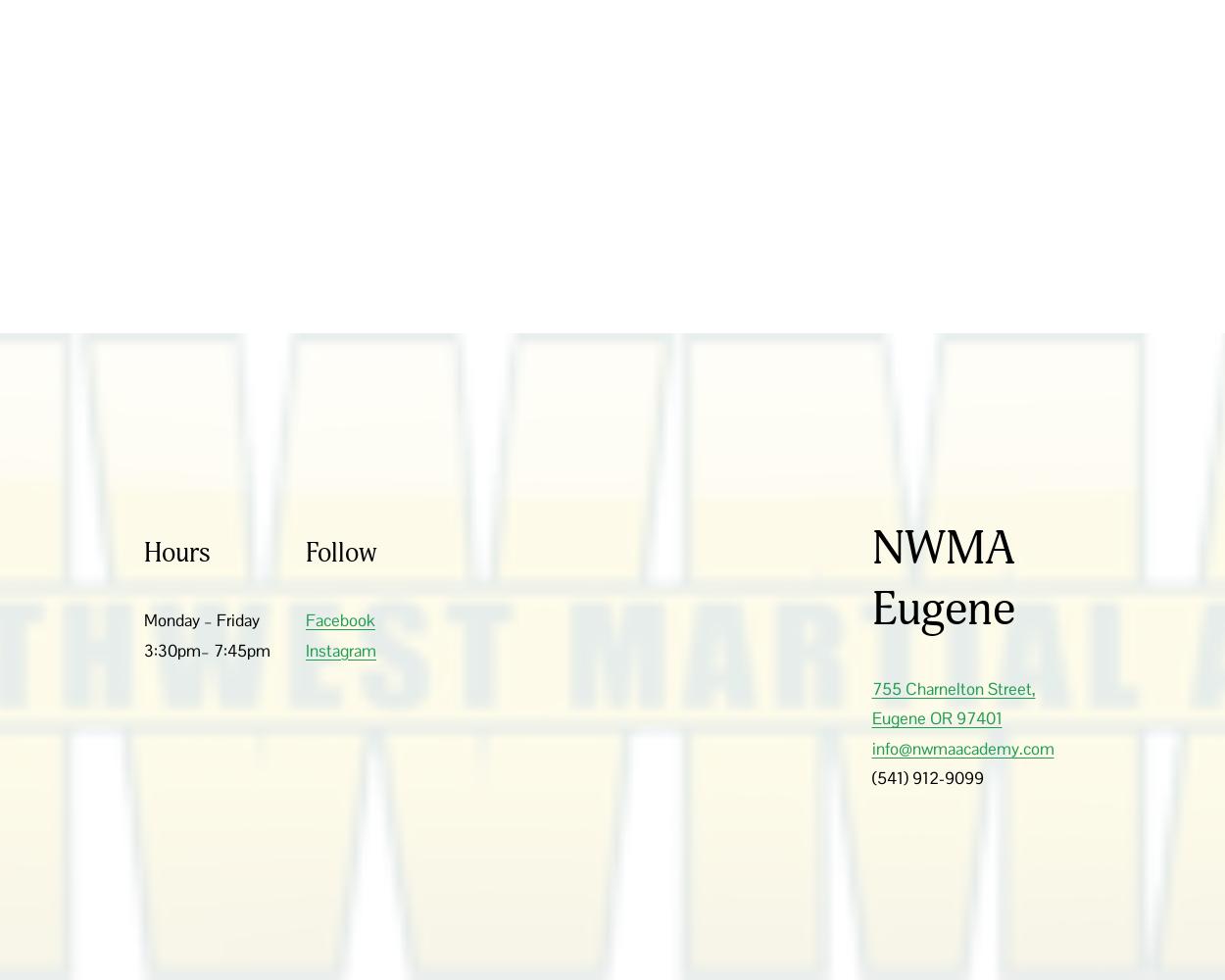 The height and width of the screenshot is (980, 1225). I want to click on 'Hours', so click(177, 552).